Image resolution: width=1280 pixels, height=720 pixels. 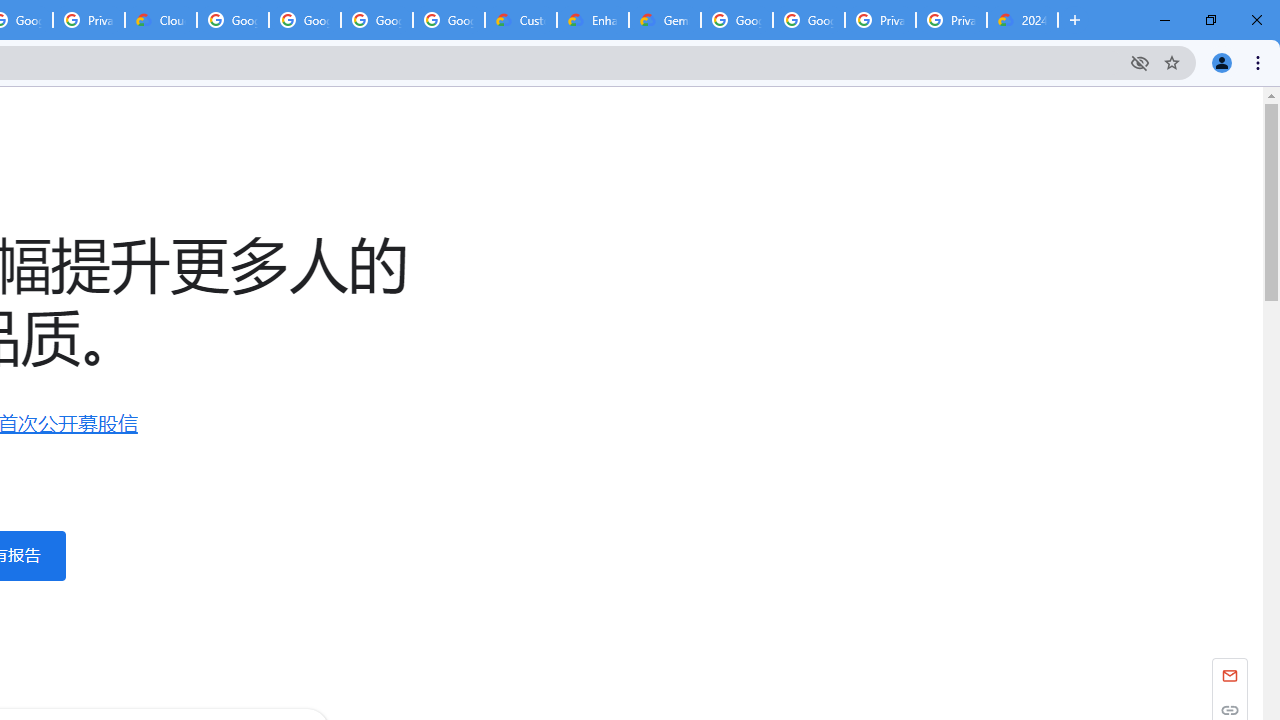 What do you see at coordinates (808, 20) in the screenshot?
I see `'Google Cloud Platform'` at bounding box center [808, 20].